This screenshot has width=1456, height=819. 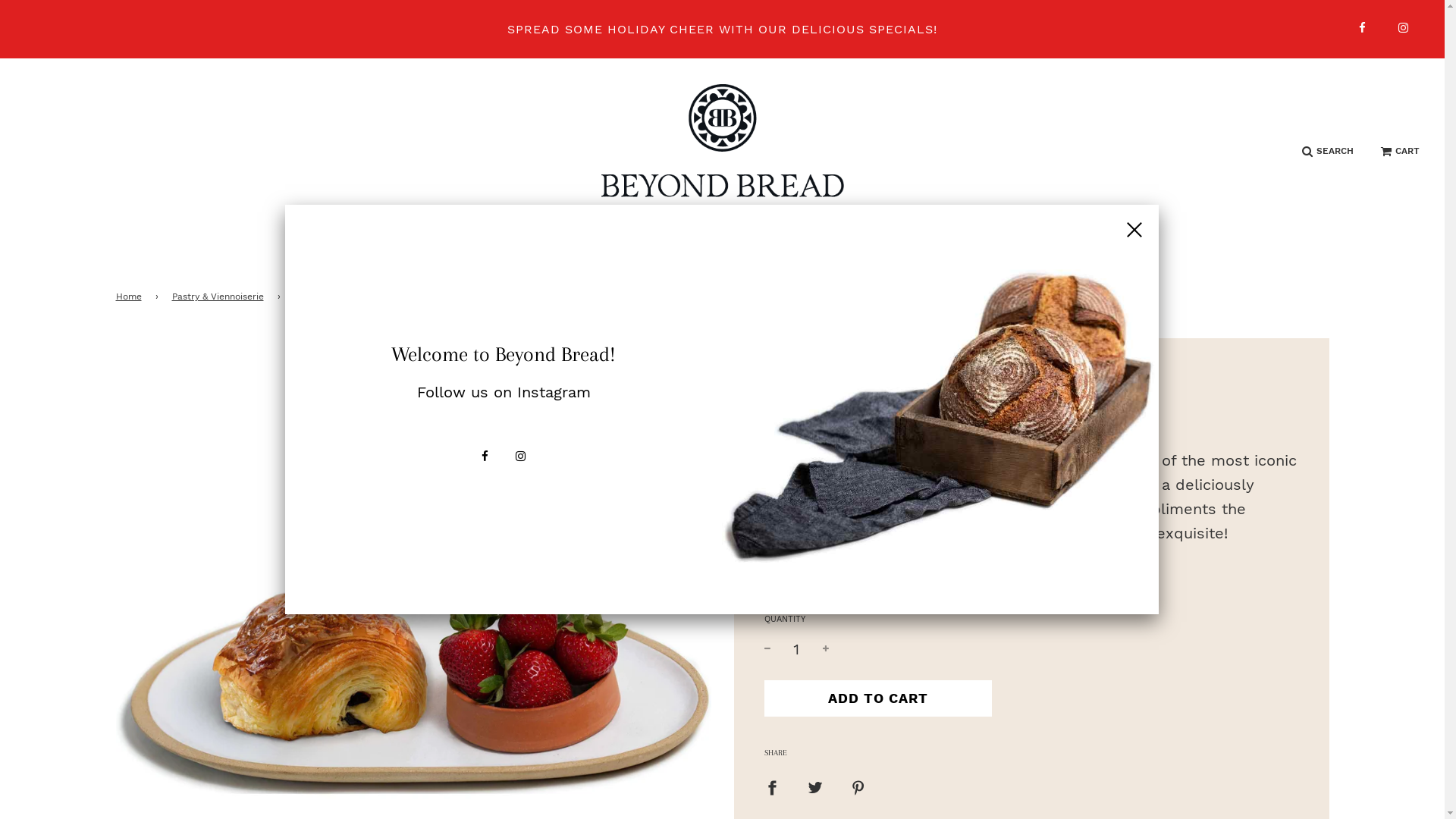 What do you see at coordinates (721, 29) in the screenshot?
I see `'SPREAD SOME HOLIDAY CHEER WITH OUR DELICIOUS SPECIALS!'` at bounding box center [721, 29].